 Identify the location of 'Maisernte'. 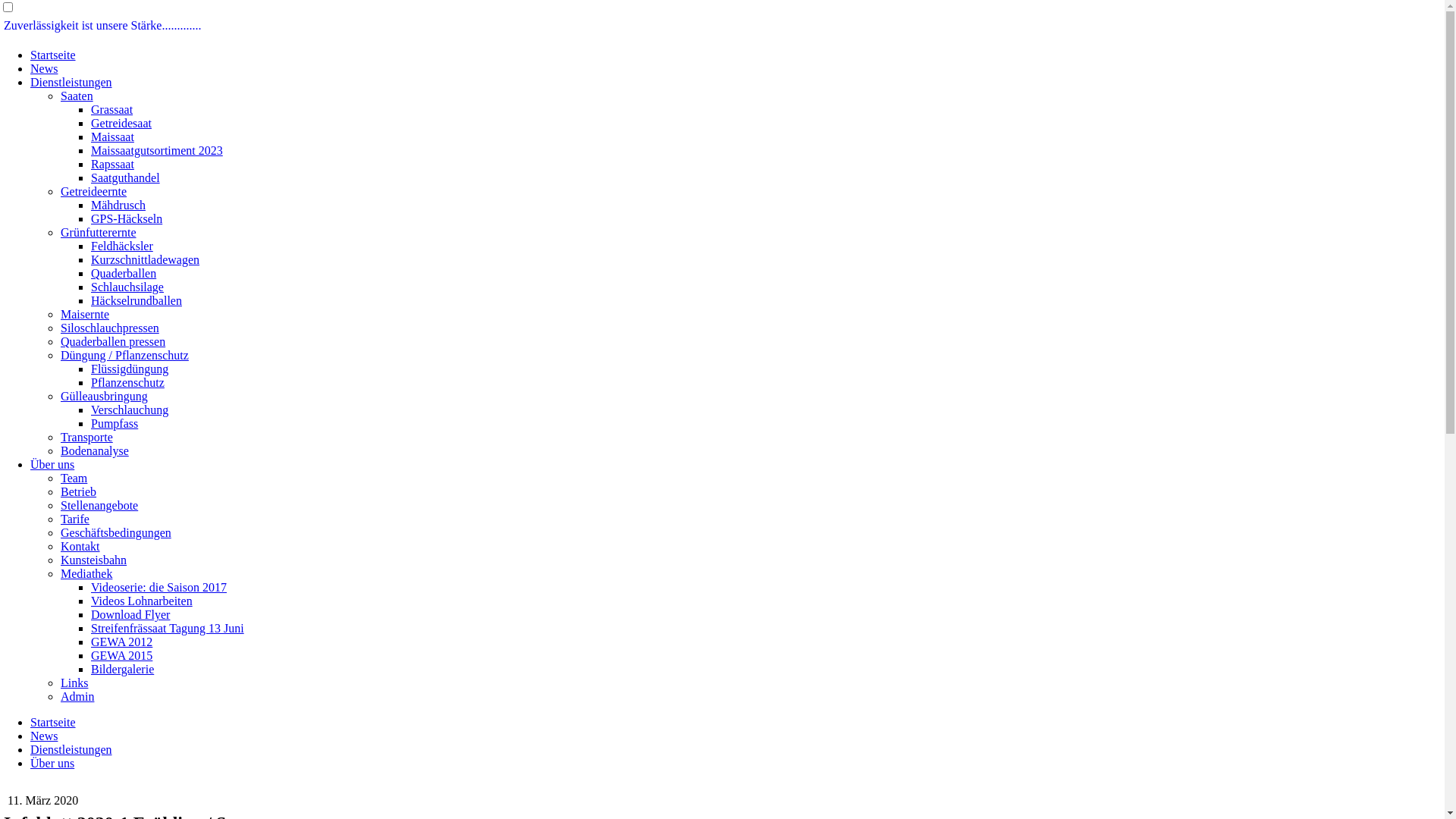
(83, 313).